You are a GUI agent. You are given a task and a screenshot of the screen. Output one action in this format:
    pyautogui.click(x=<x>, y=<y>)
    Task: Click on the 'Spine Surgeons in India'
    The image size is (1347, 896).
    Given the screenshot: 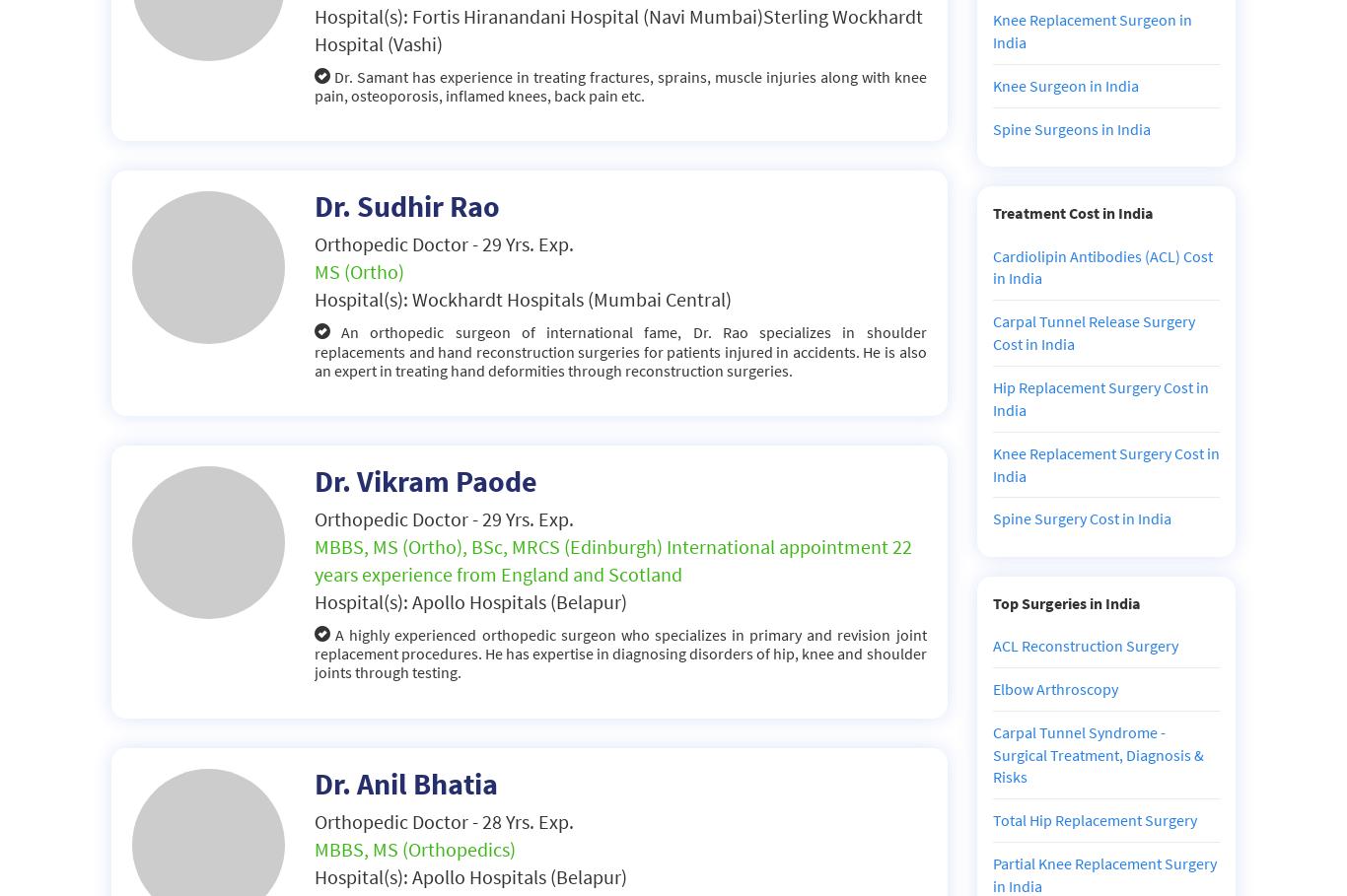 What is the action you would take?
    pyautogui.click(x=1069, y=127)
    